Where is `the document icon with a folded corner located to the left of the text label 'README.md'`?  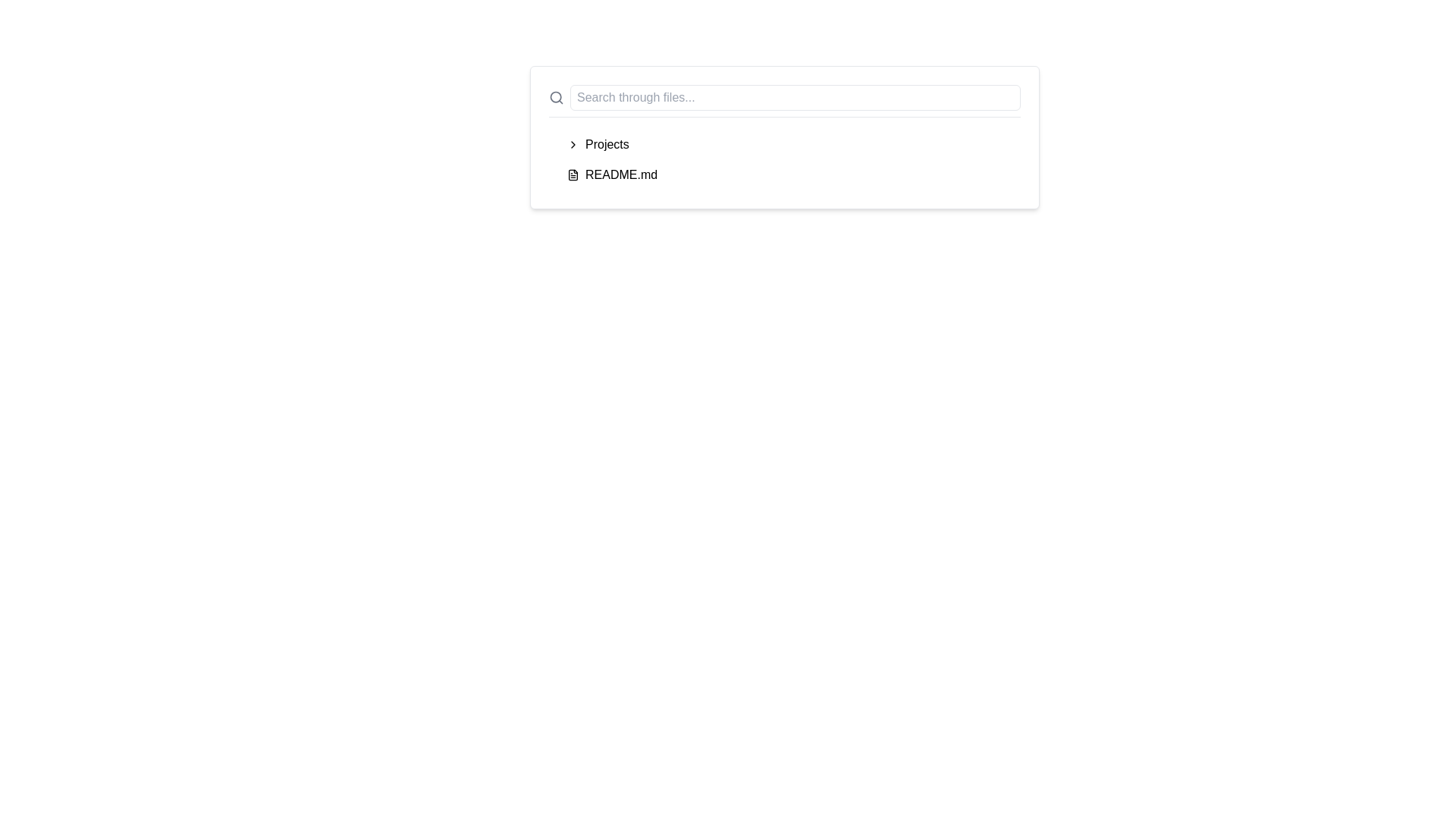
the document icon with a folded corner located to the left of the text label 'README.md' is located at coordinates (572, 174).